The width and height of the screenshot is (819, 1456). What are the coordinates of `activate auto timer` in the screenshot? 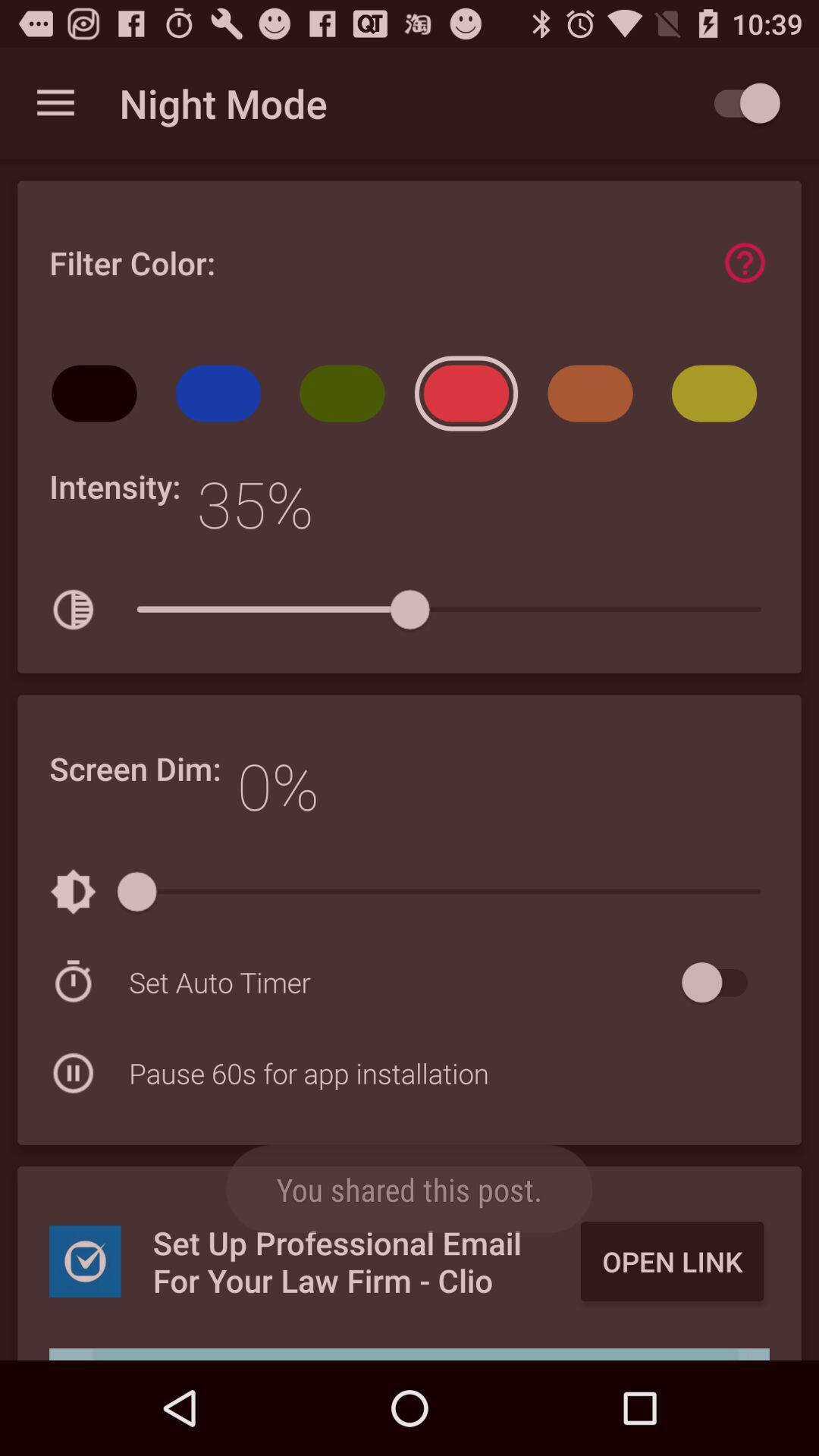 It's located at (721, 982).